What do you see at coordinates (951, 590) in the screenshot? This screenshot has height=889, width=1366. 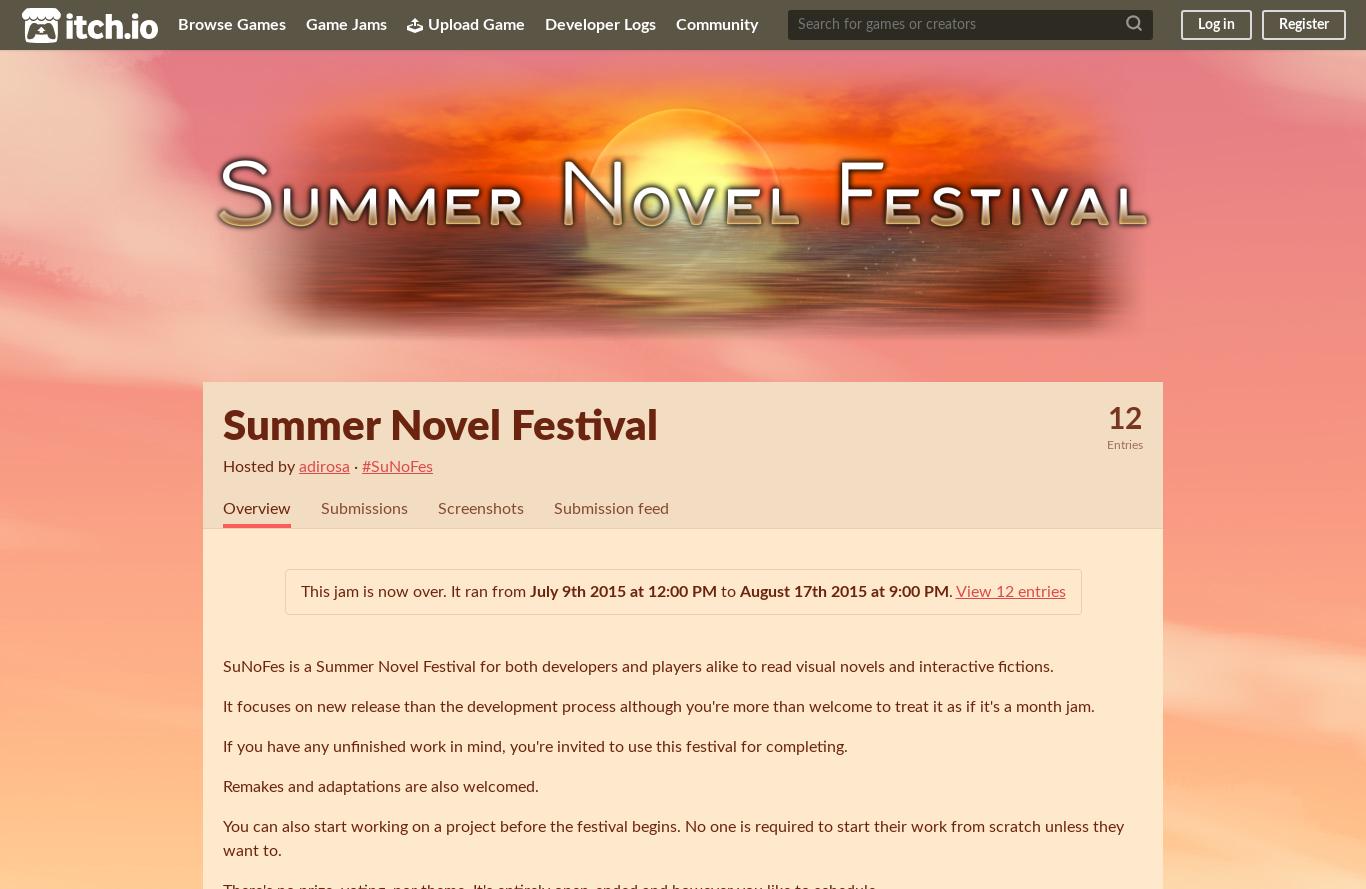 I see `'.'` at bounding box center [951, 590].